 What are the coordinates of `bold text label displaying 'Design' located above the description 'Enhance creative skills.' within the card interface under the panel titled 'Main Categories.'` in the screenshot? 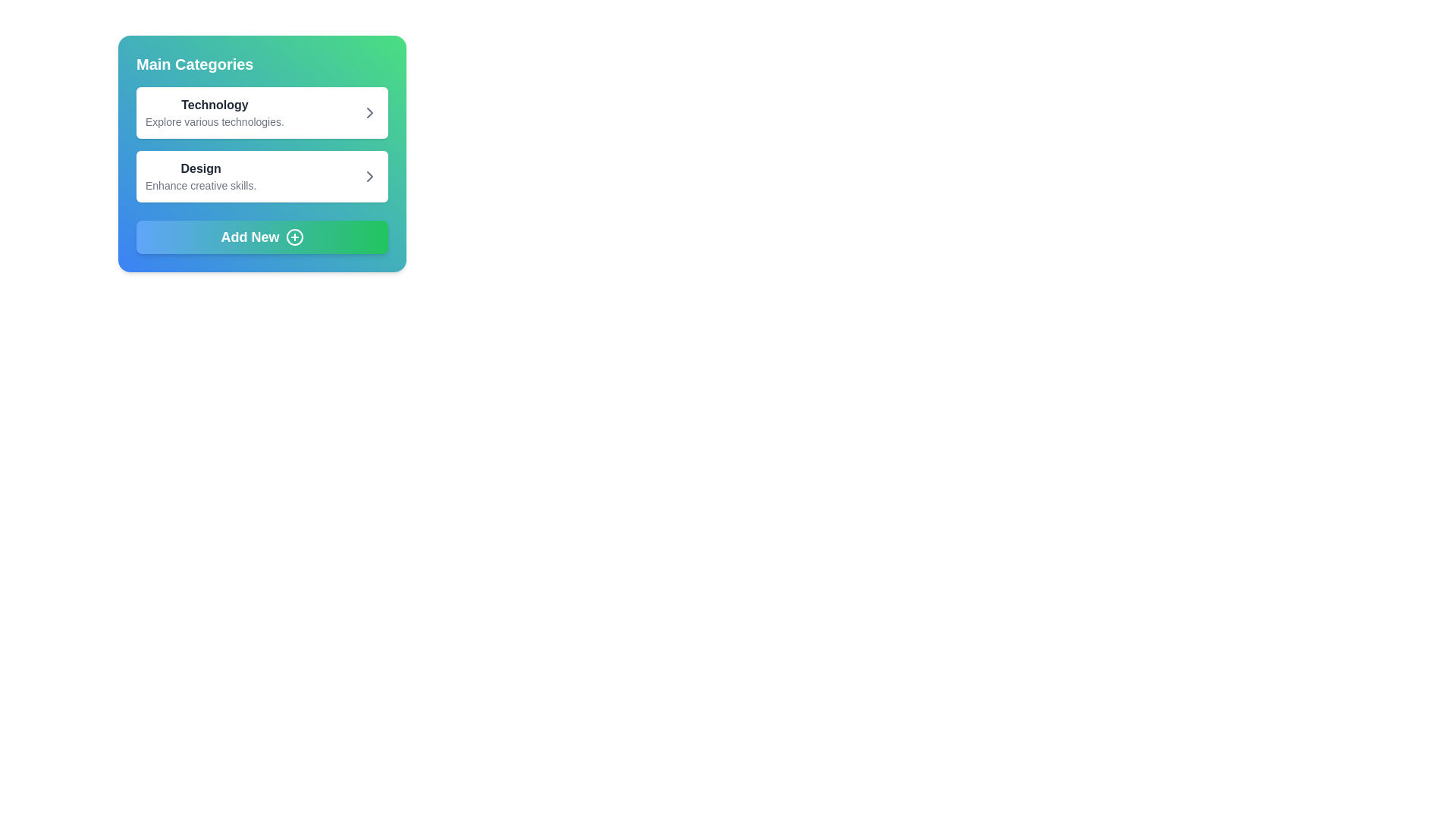 It's located at (200, 169).